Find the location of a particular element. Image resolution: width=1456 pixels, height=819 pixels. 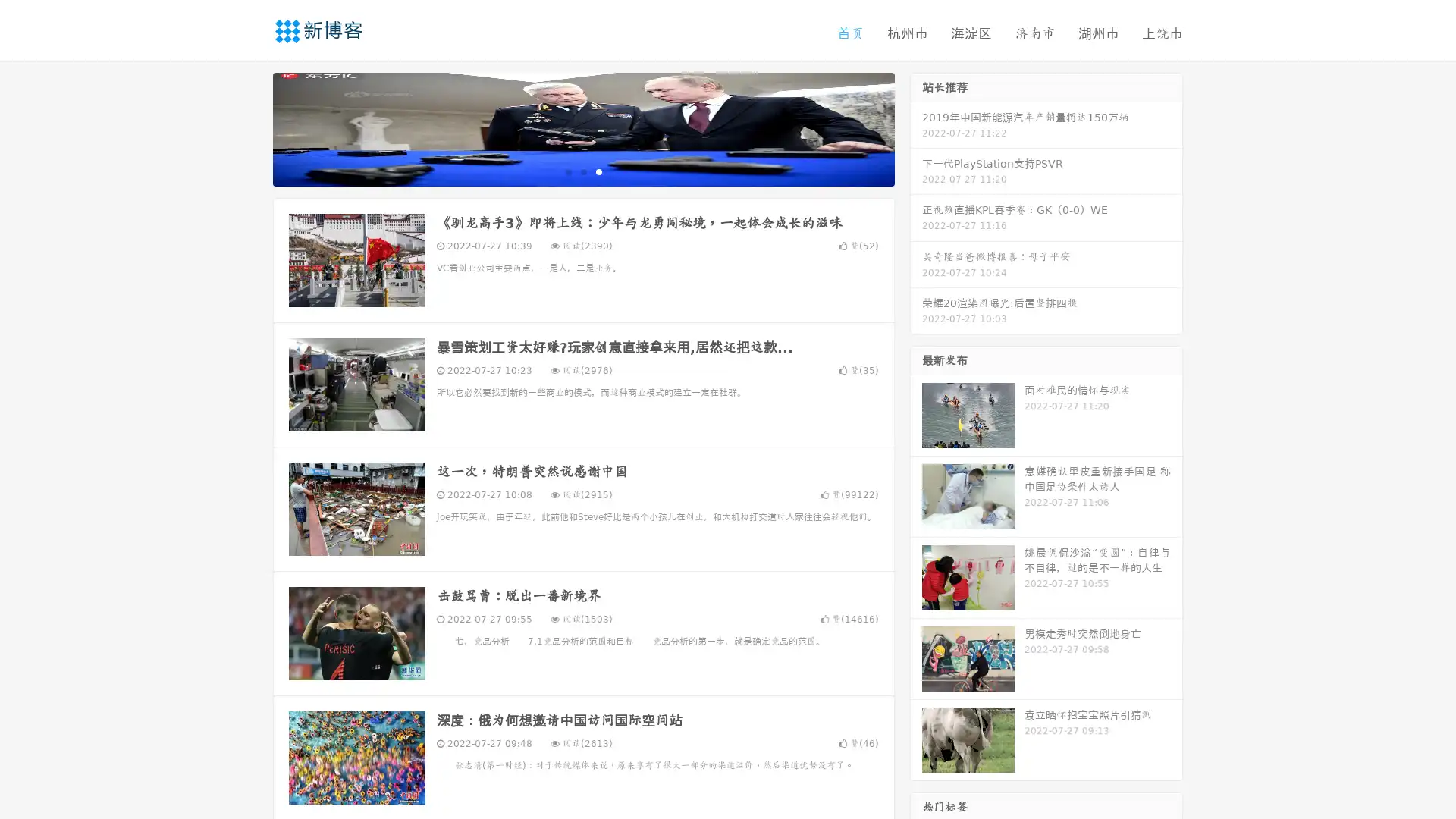

Go to slide 3 is located at coordinates (598, 171).